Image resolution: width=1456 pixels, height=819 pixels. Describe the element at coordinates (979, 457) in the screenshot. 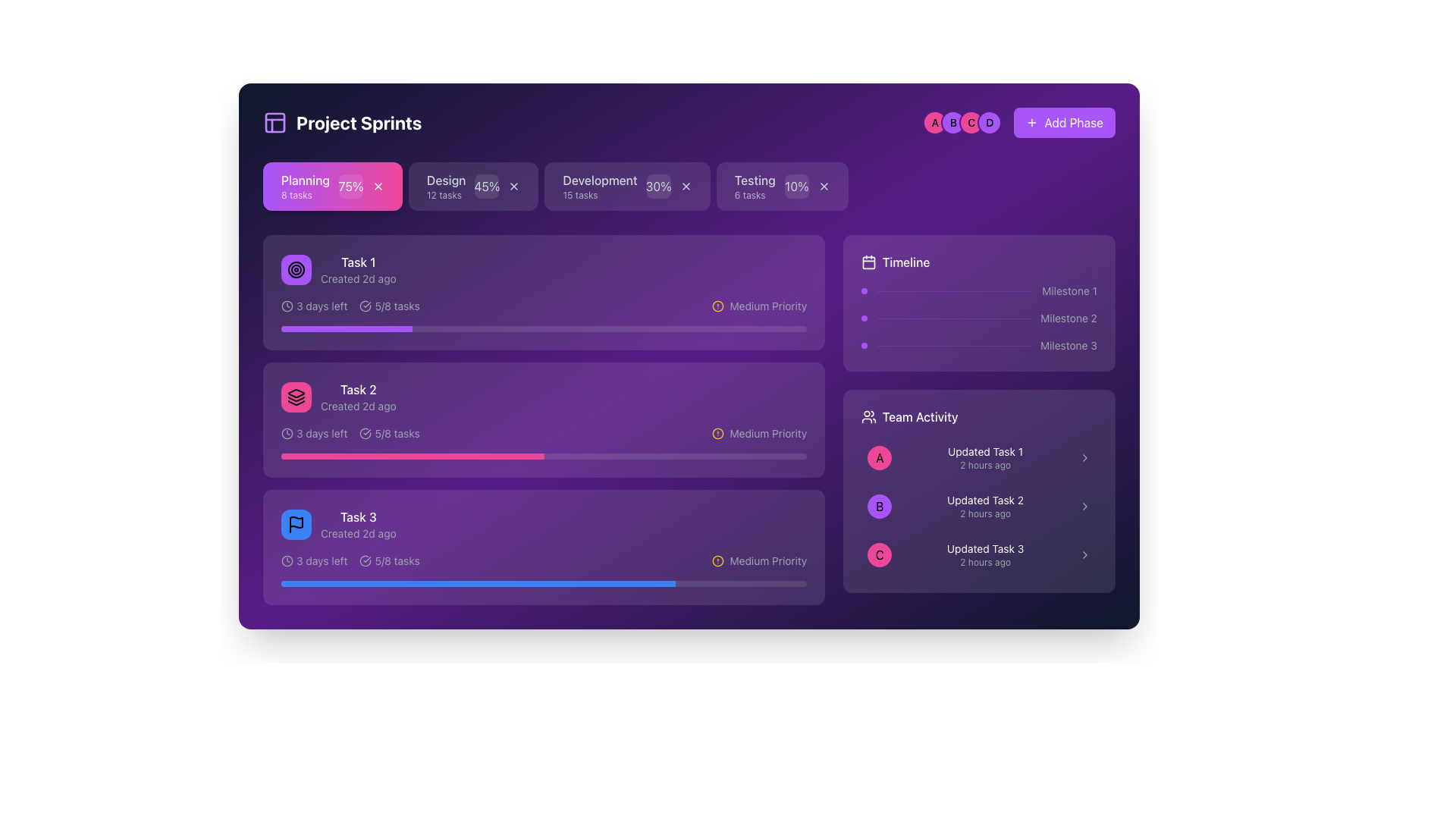

I see `the first list item in the 'Team Activity' feed, which features a circular pink icon with 'A', text 'Updated Task 1', and a right-pointing chevron arrow` at that location.